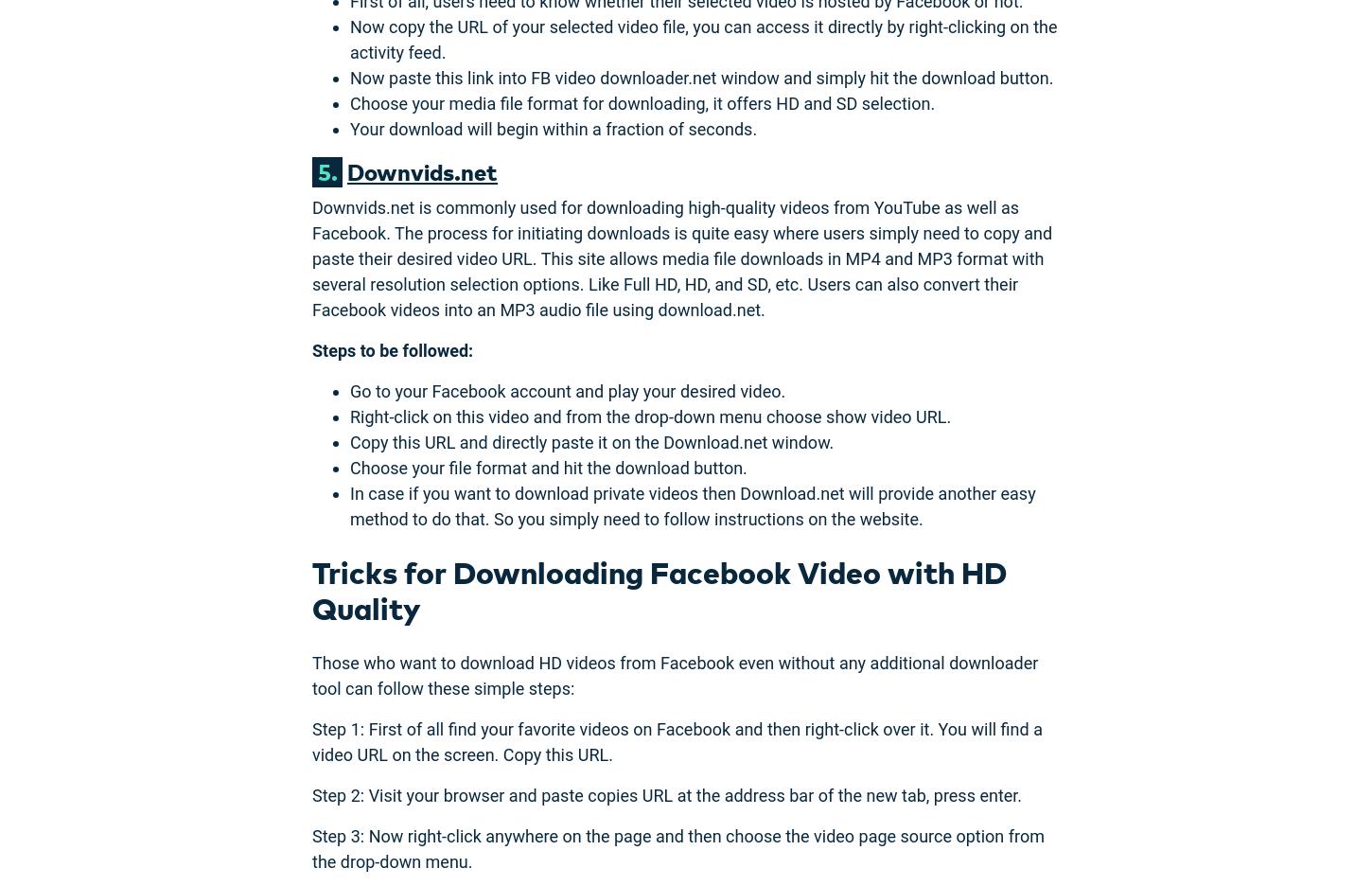 This screenshot has height=886, width=1372. I want to click on 'Choose your media file format for downloading, it offers HD and SD selection.', so click(642, 101).